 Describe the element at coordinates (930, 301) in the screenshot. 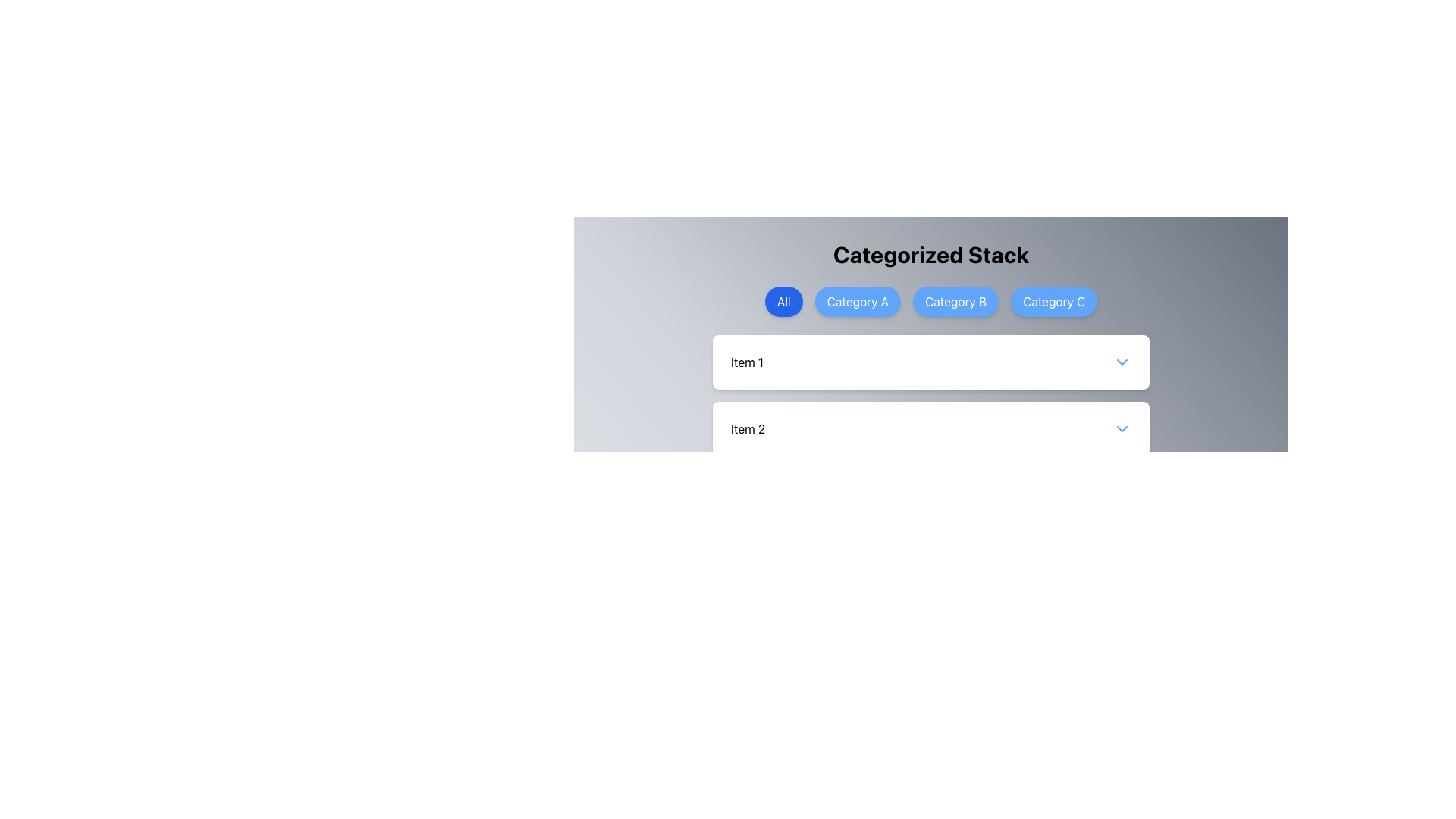

I see `the third button` at that location.